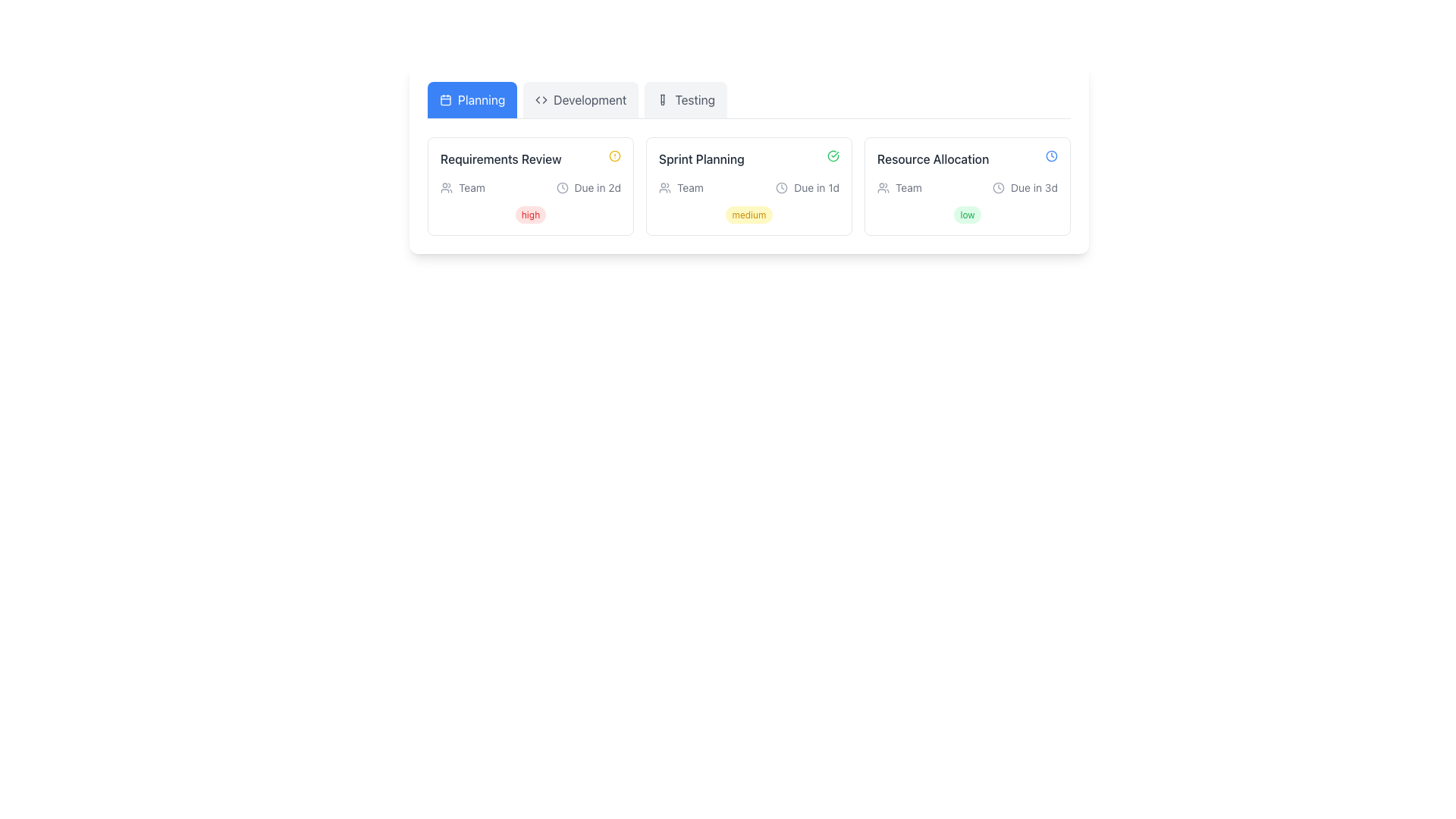  Describe the element at coordinates (899, 187) in the screenshot. I see `the 'Team' label with a group of people icon located in the 'Resource Allocation' box under the 'Planning' tab` at that location.